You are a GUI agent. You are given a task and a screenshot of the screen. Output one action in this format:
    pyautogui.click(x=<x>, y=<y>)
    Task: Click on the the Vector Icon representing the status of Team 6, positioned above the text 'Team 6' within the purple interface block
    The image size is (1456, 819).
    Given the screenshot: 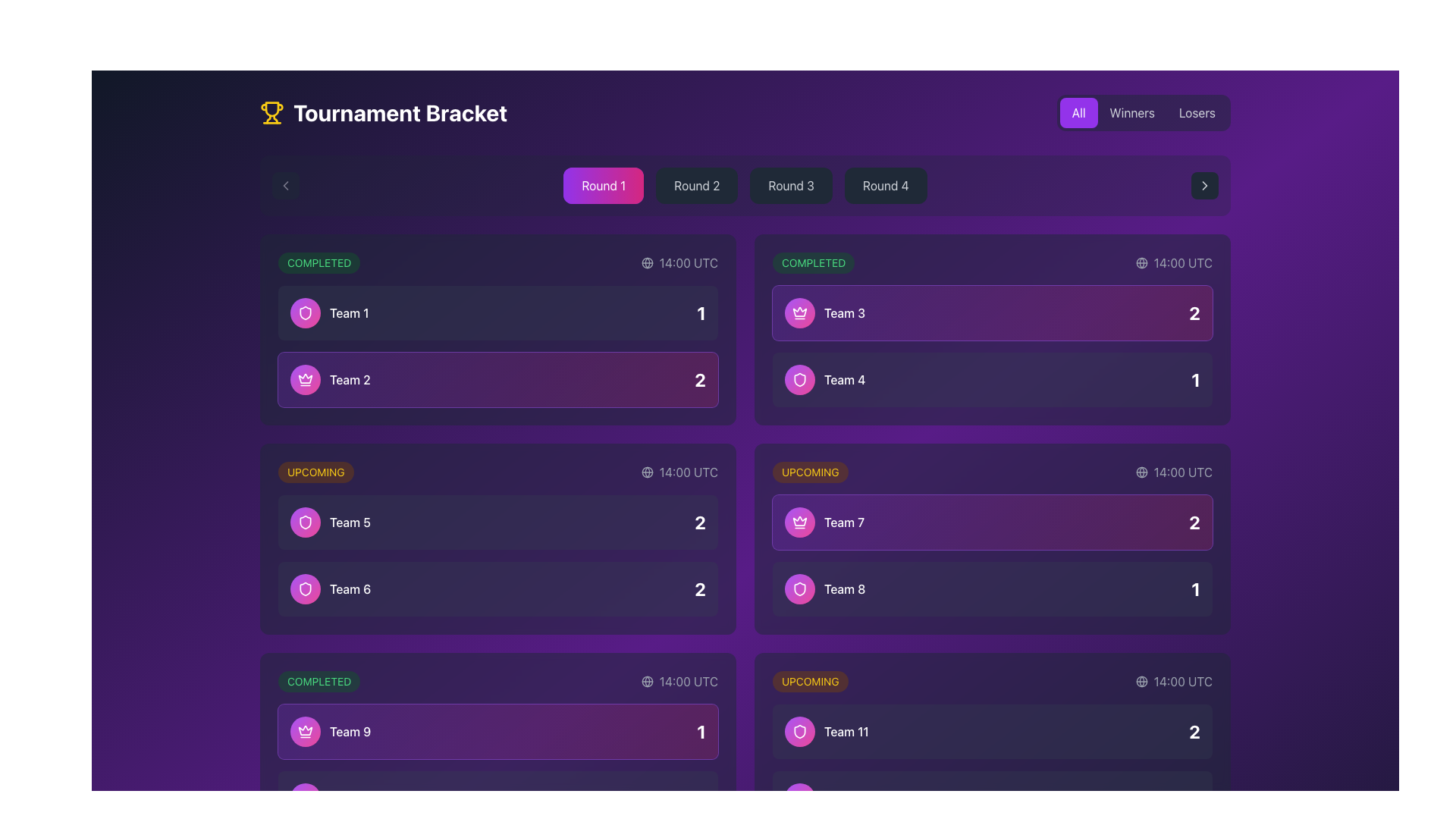 What is the action you would take?
    pyautogui.click(x=305, y=522)
    